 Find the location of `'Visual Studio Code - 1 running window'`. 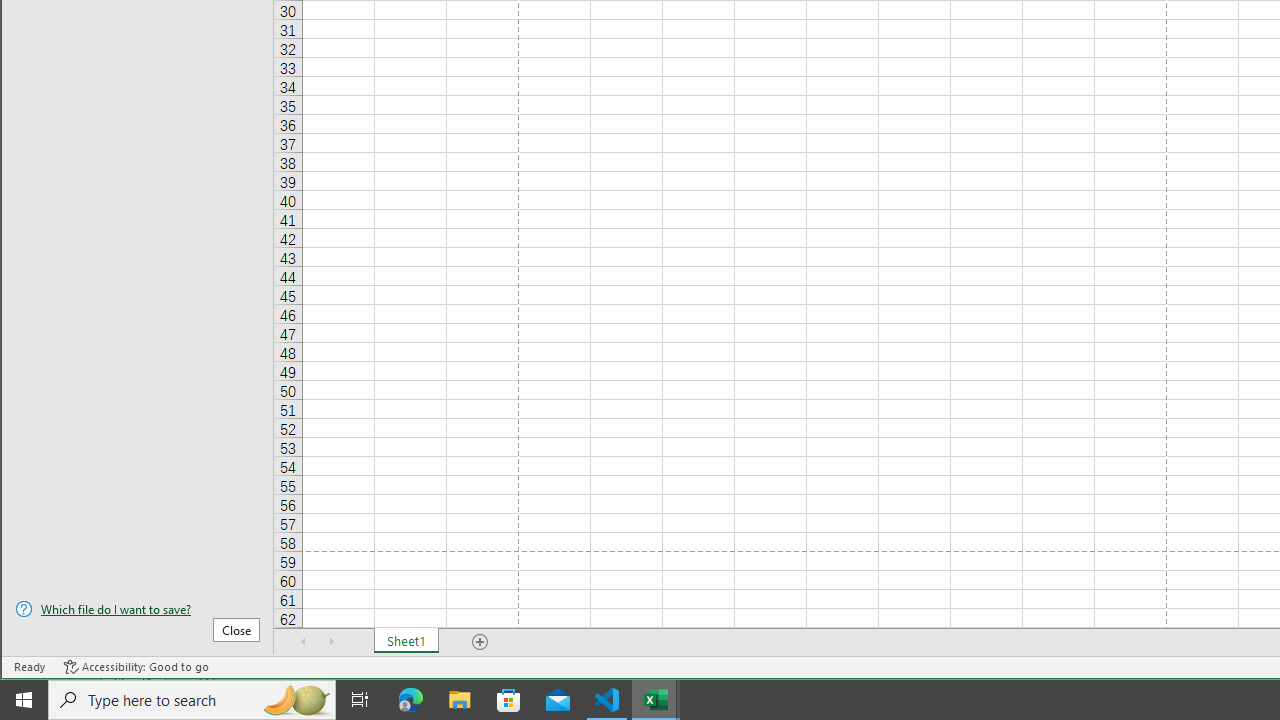

'Visual Studio Code - 1 running window' is located at coordinates (606, 698).